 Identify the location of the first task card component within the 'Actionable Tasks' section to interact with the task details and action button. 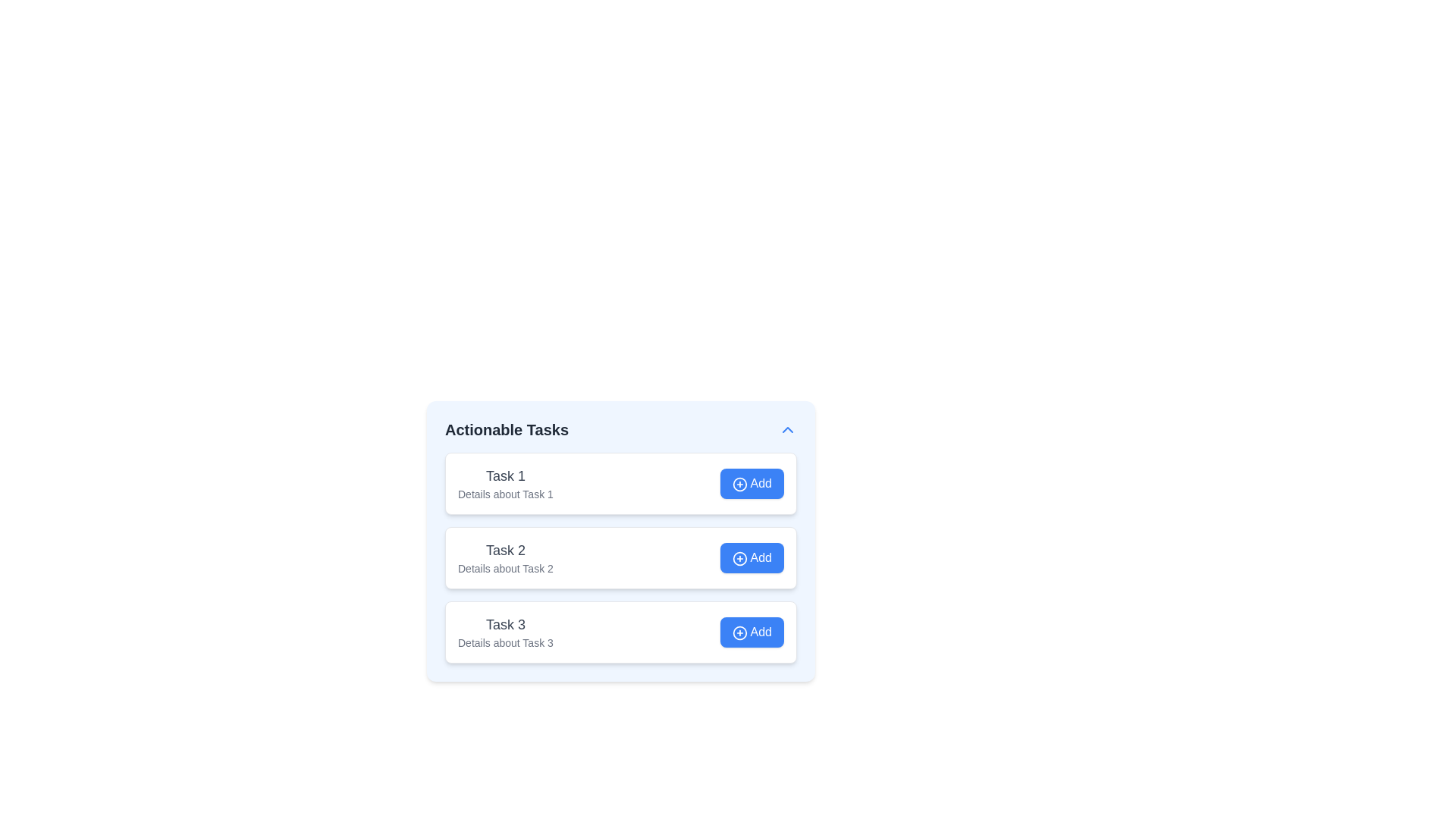
(621, 483).